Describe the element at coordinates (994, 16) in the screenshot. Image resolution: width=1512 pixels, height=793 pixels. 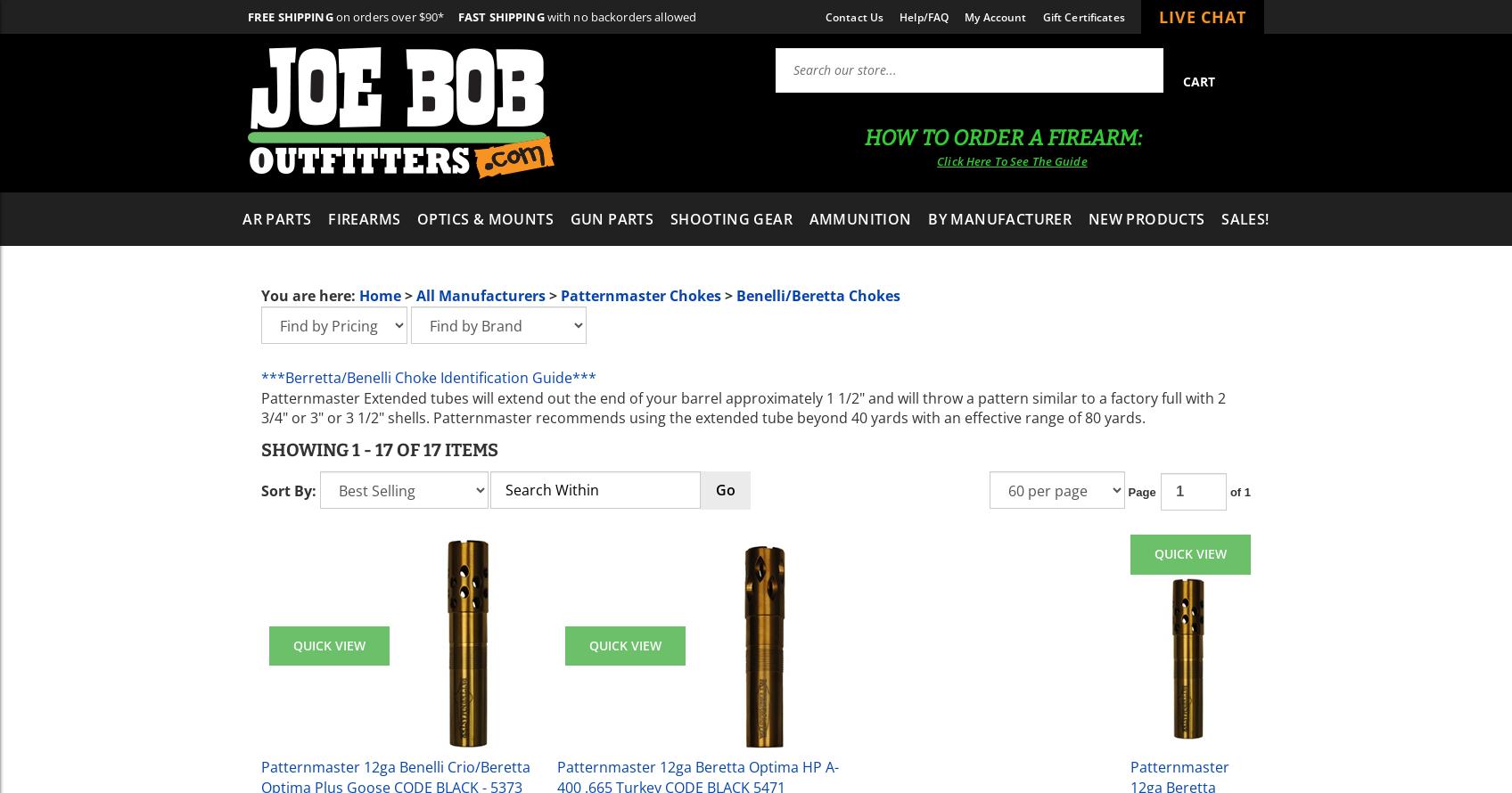
I see `'My Account'` at that location.